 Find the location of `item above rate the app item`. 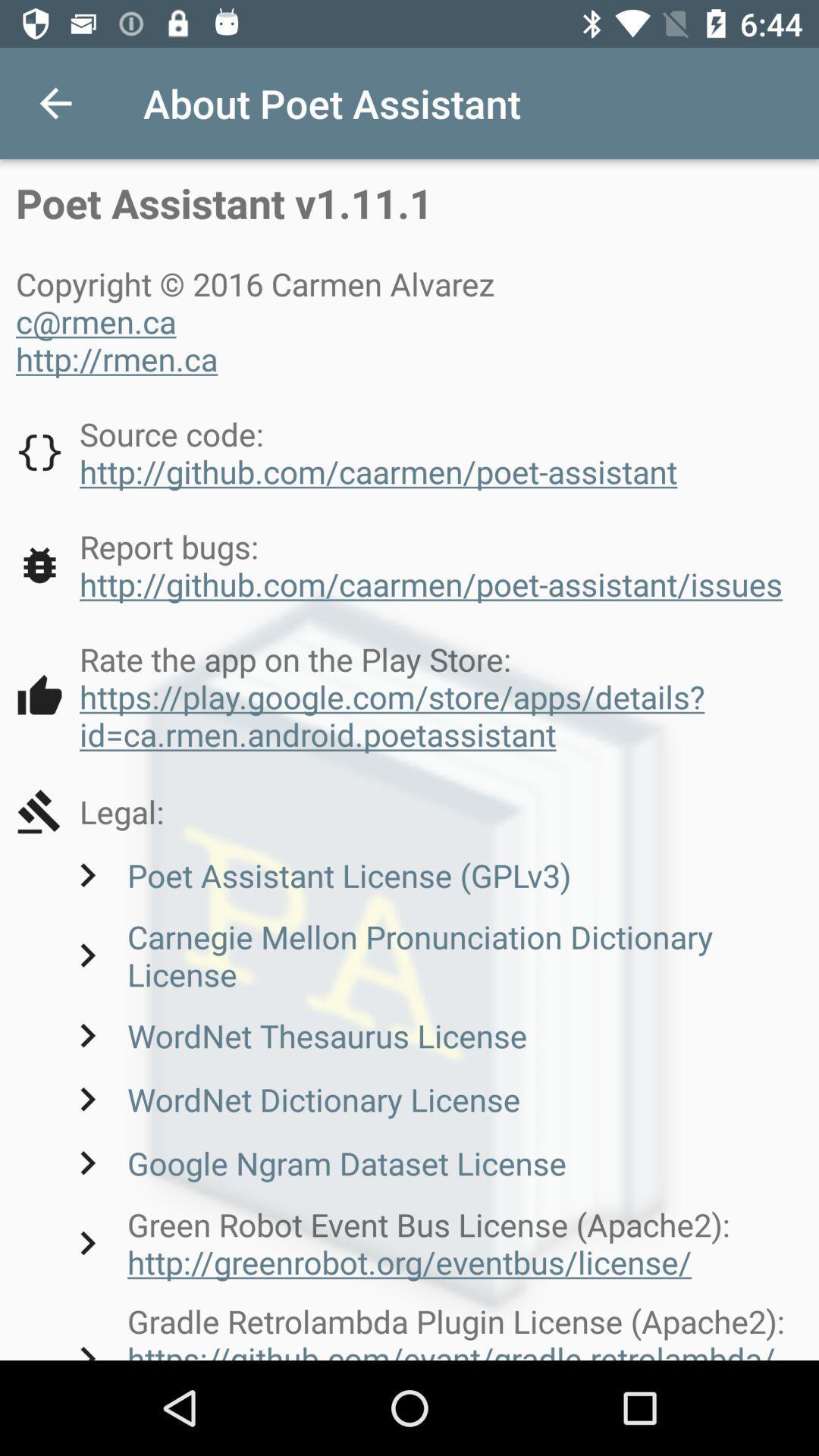

item above rate the app item is located at coordinates (398, 564).